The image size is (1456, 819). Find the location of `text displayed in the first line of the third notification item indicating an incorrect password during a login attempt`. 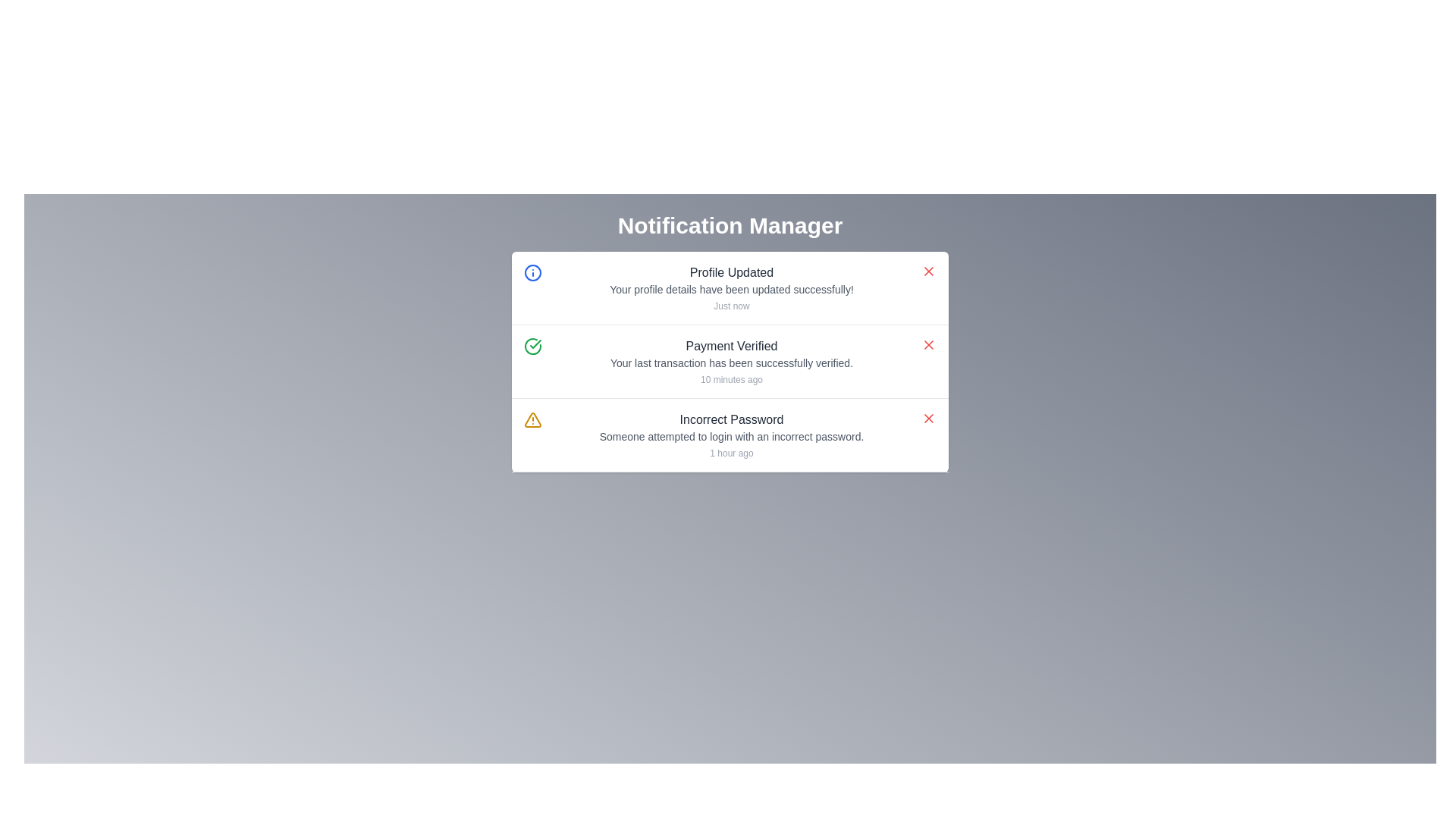

text displayed in the first line of the third notification item indicating an incorrect password during a login attempt is located at coordinates (731, 420).